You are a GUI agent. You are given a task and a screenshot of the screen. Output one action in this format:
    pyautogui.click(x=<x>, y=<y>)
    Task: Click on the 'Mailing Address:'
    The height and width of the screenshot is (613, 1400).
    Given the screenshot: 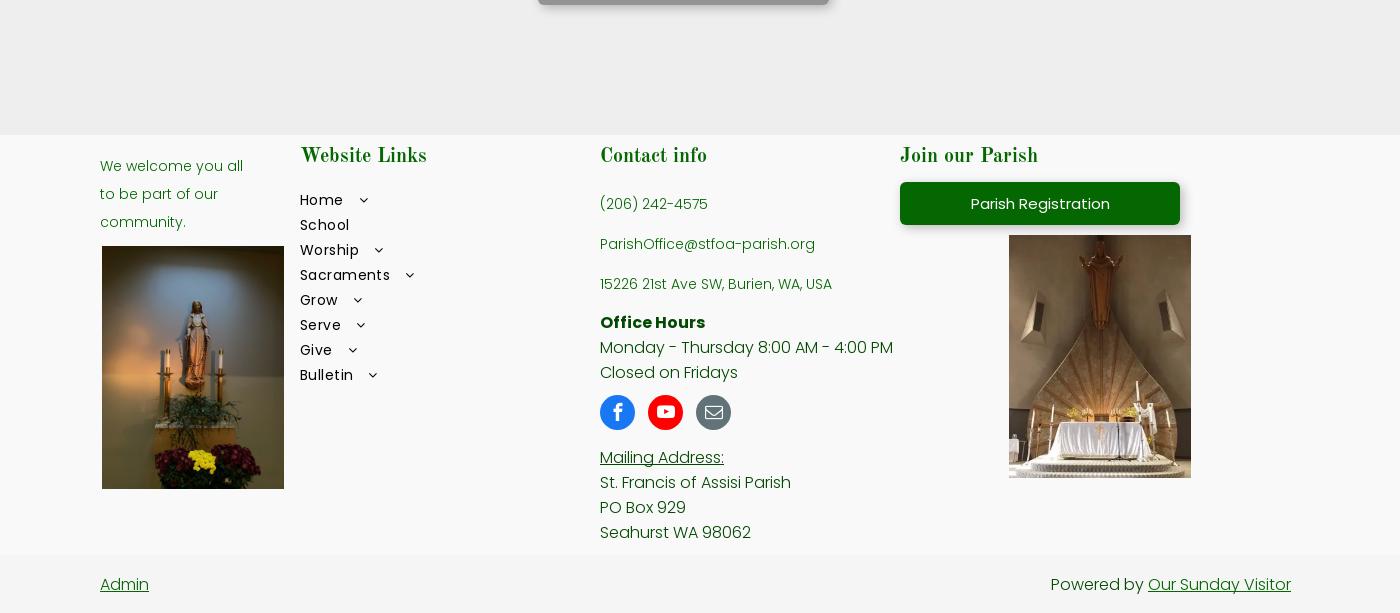 What is the action you would take?
    pyautogui.click(x=662, y=456)
    